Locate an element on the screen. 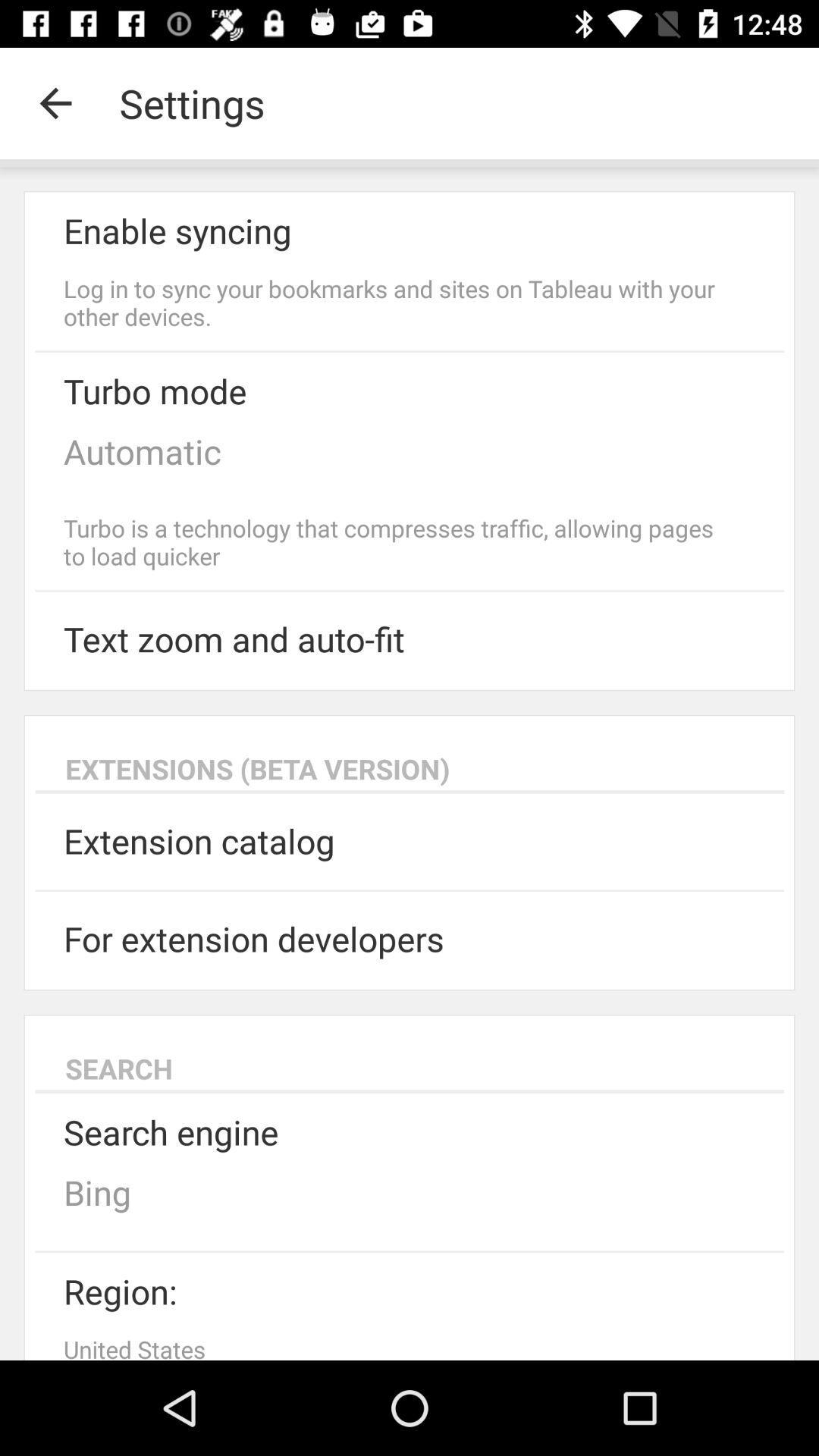 The width and height of the screenshot is (819, 1456). the icon next to settings item is located at coordinates (55, 102).